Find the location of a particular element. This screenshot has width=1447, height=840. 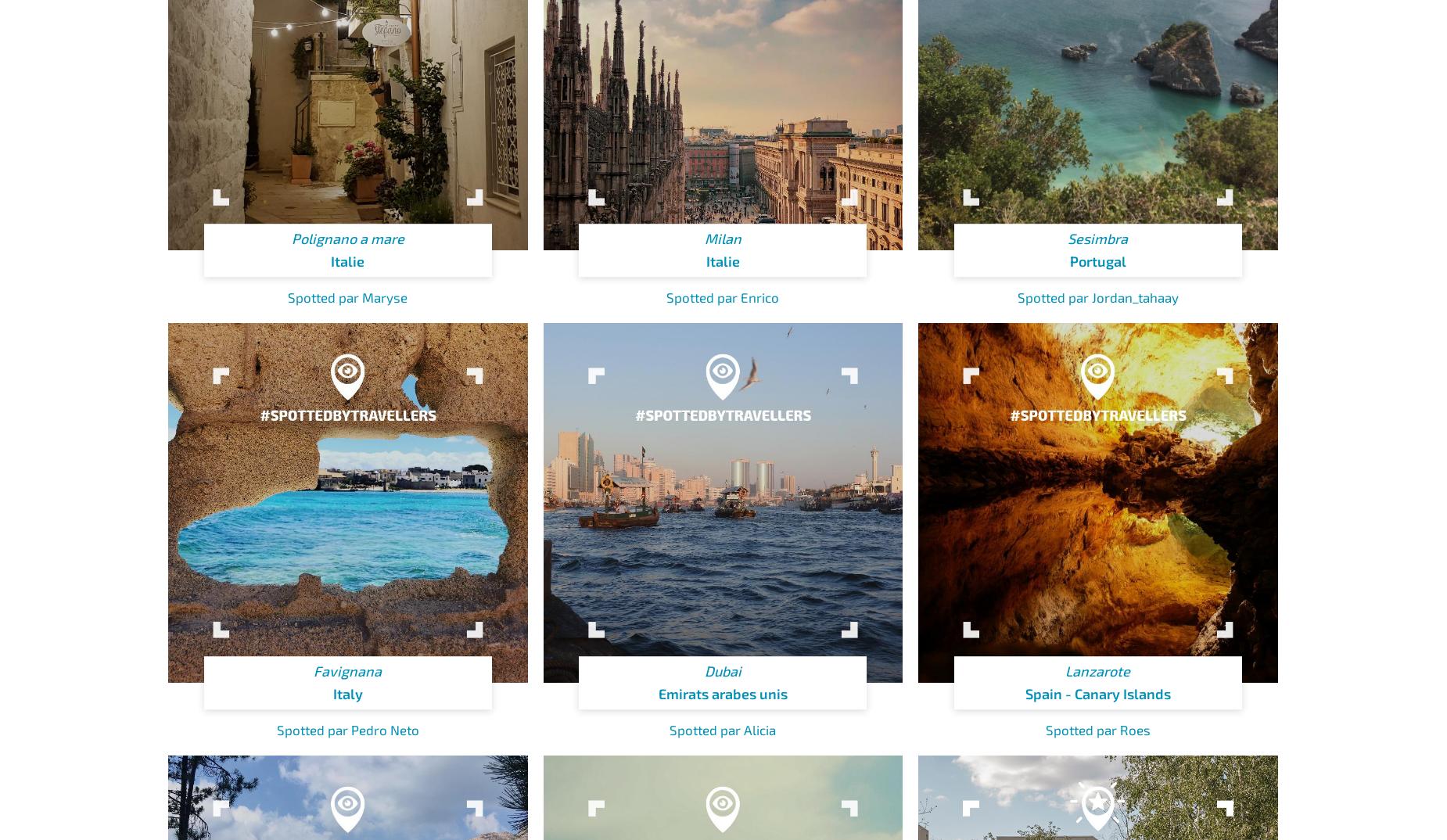

'Polignano a mare' is located at coordinates (346, 239).